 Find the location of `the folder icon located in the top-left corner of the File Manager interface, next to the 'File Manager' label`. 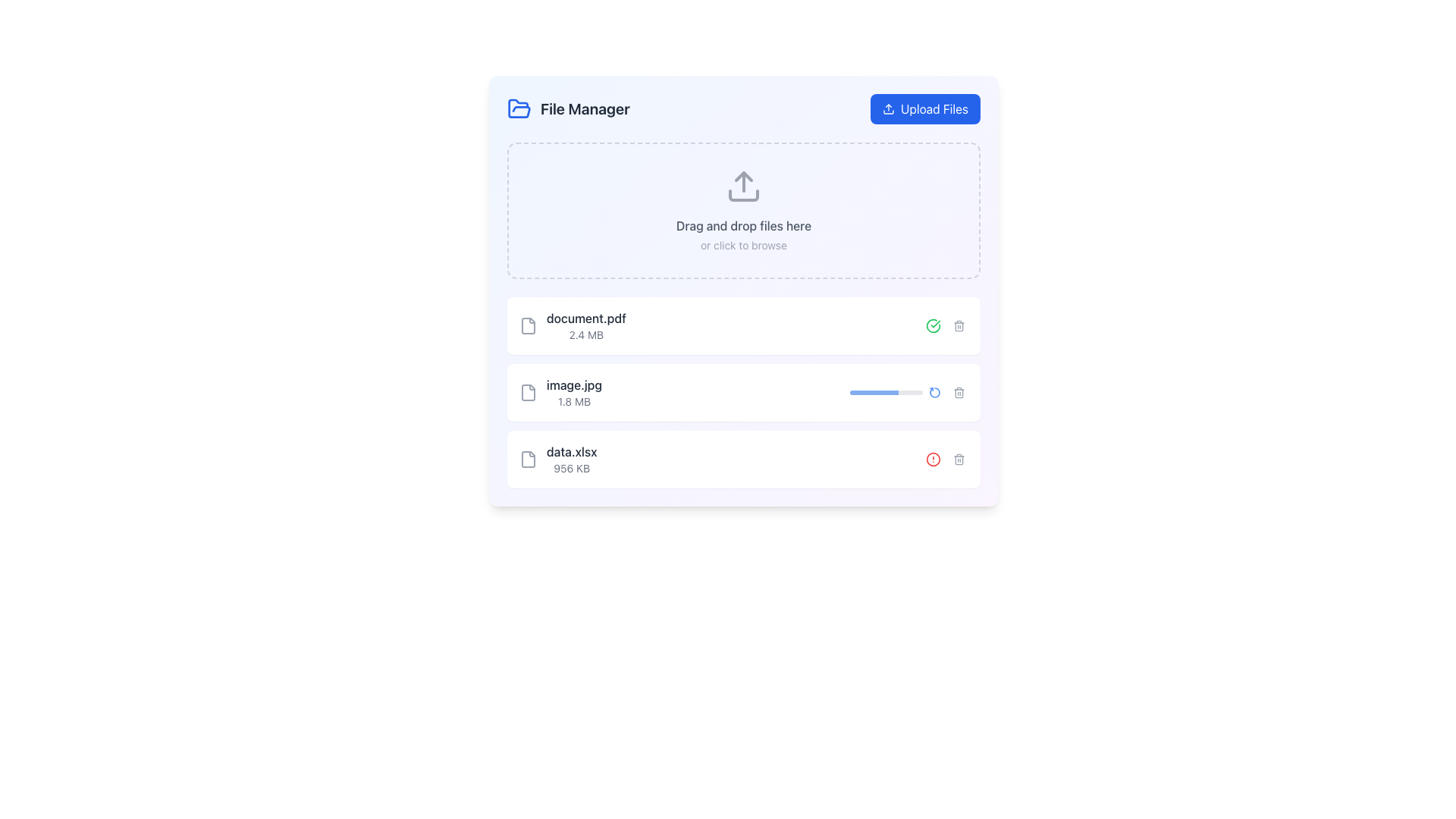

the folder icon located in the top-left corner of the File Manager interface, next to the 'File Manager' label is located at coordinates (519, 108).